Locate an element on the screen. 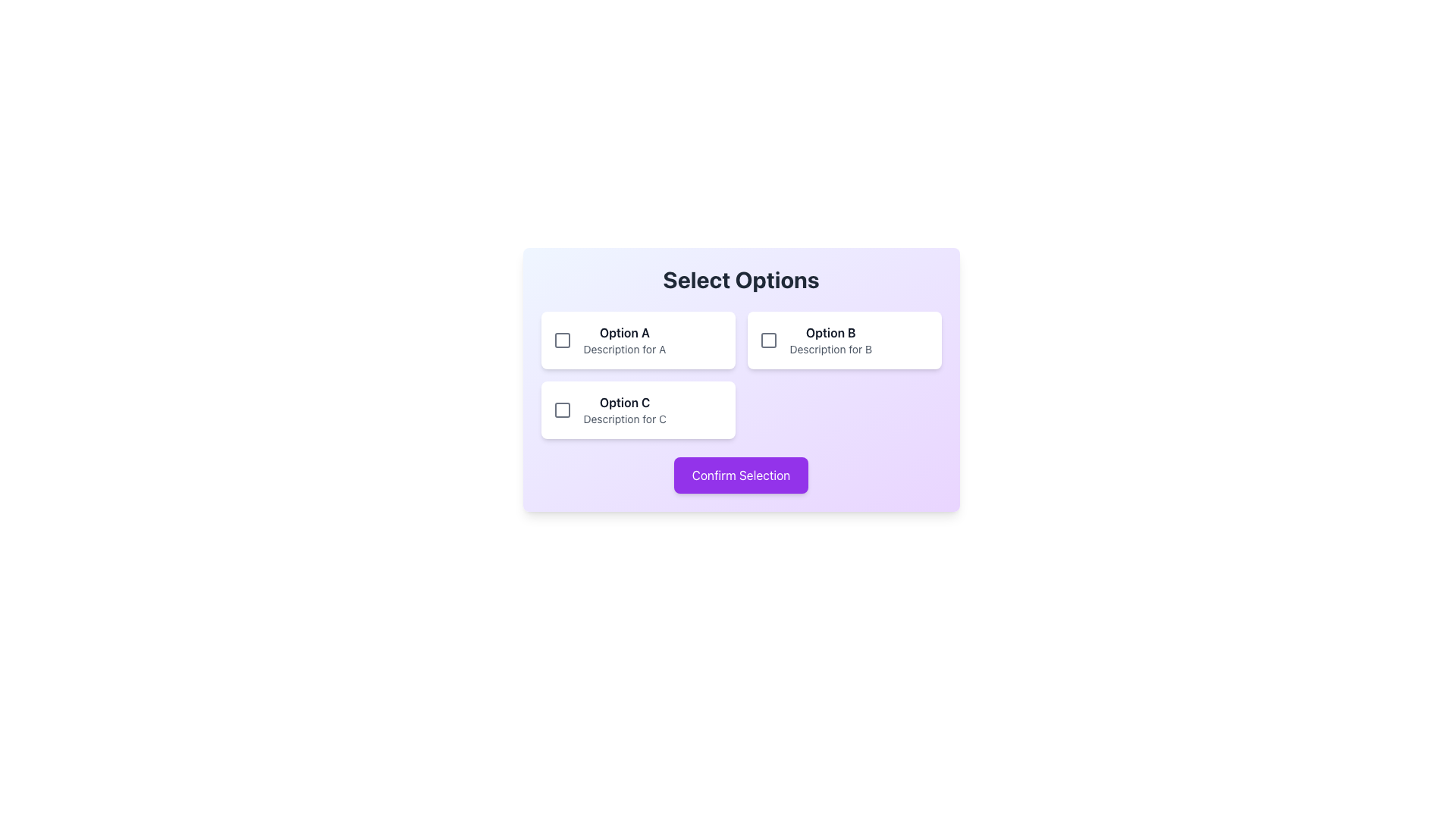  the graphical checkbox state indicator located in the left checkbox of the 'Option A' selection, which is a square-shaped component with rounded corners is located at coordinates (561, 339).